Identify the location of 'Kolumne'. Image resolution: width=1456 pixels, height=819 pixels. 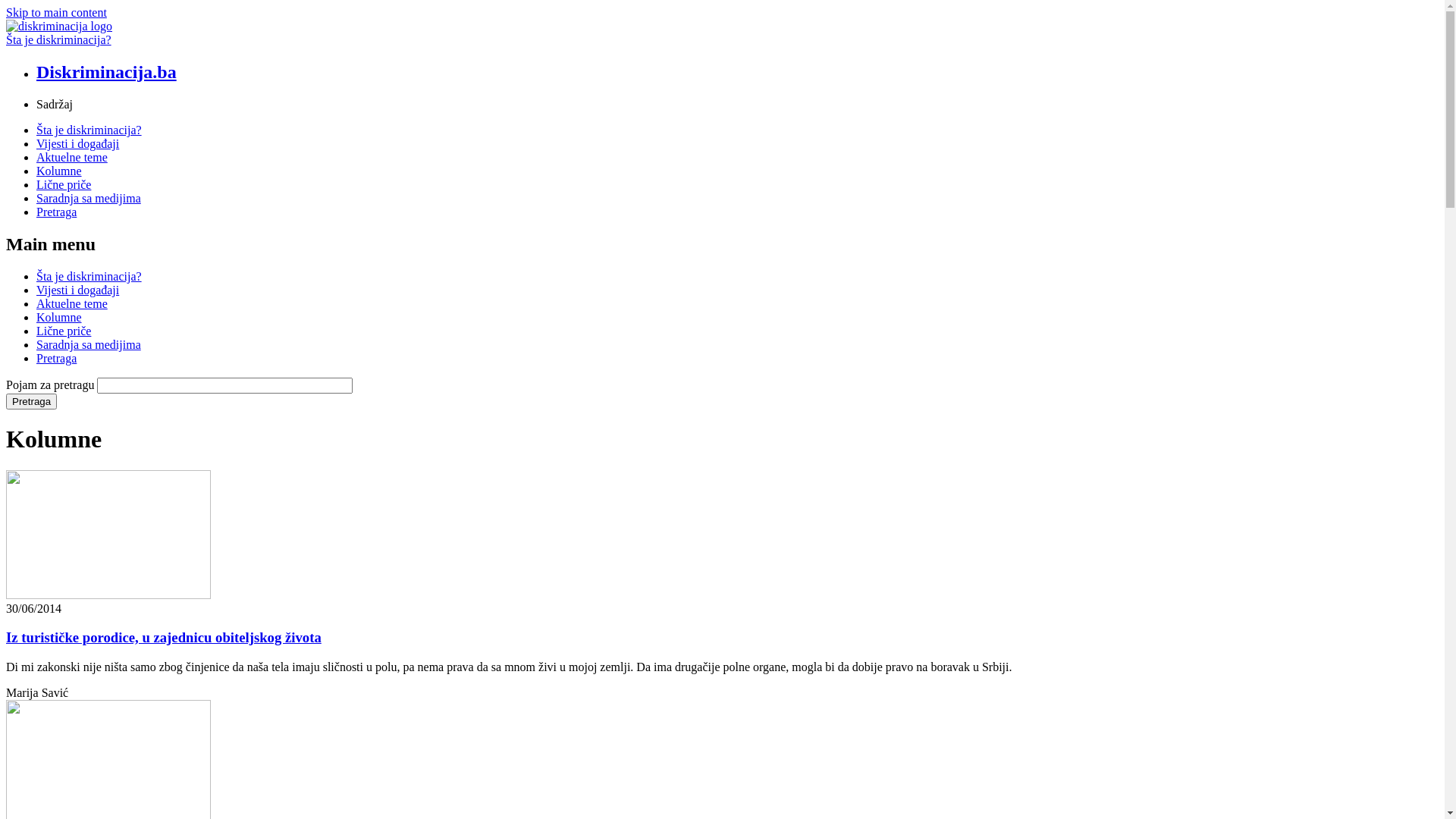
(36, 316).